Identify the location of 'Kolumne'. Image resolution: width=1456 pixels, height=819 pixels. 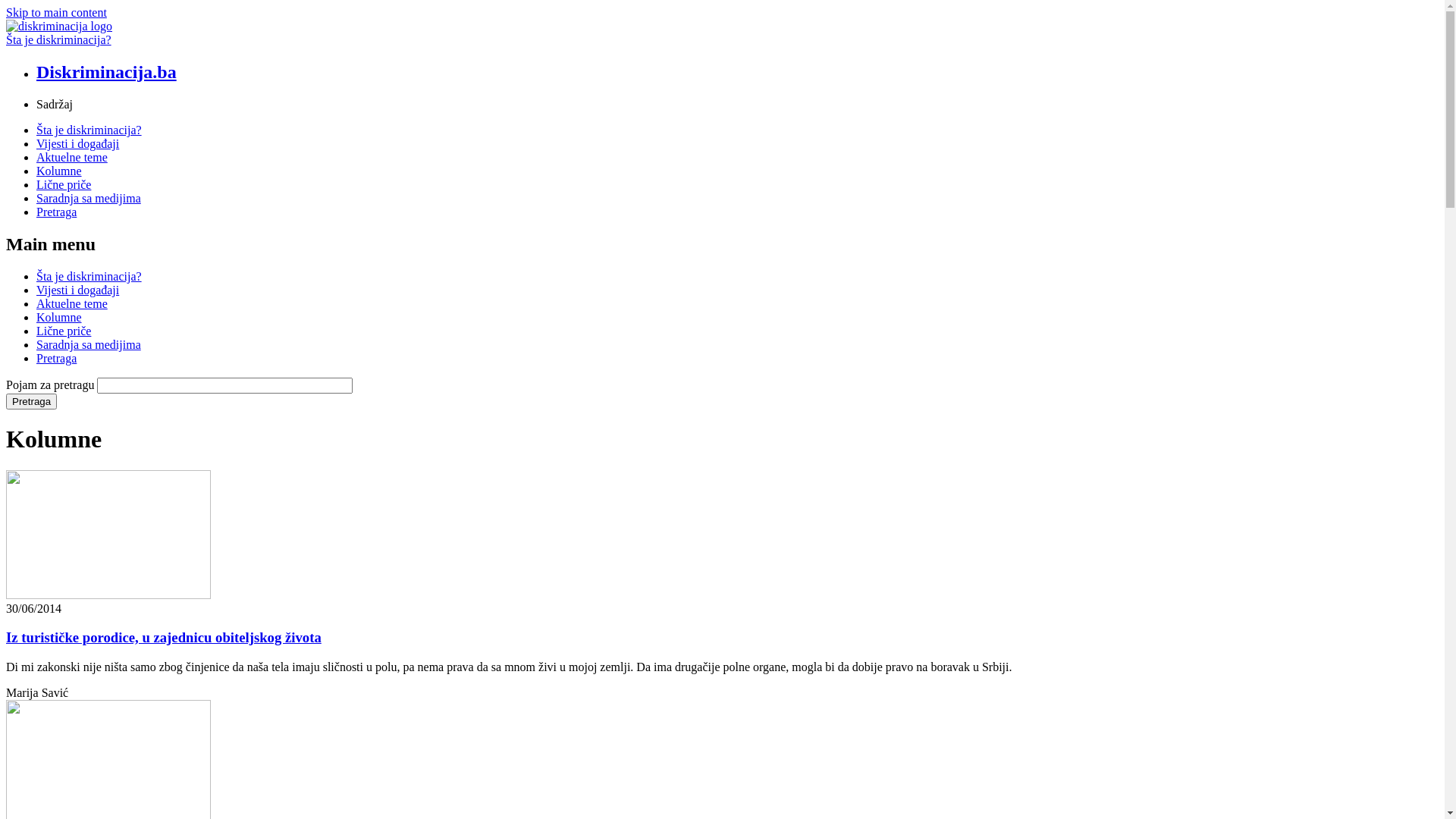
(36, 316).